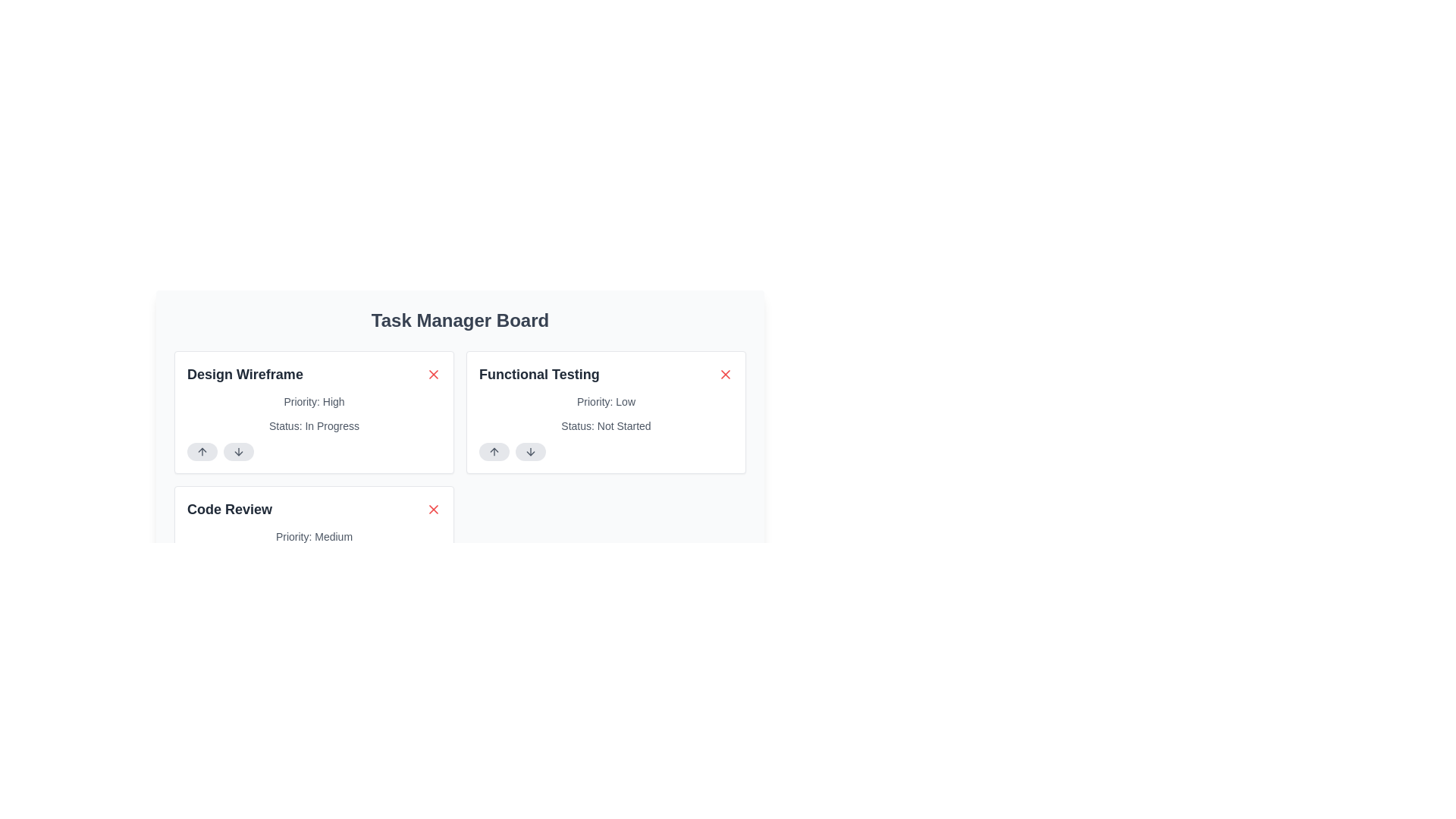  Describe the element at coordinates (228, 509) in the screenshot. I see `the static text label that serves as the title of a task card in the Task Manager Board section, located above the 'Priority: Medium' label` at that location.